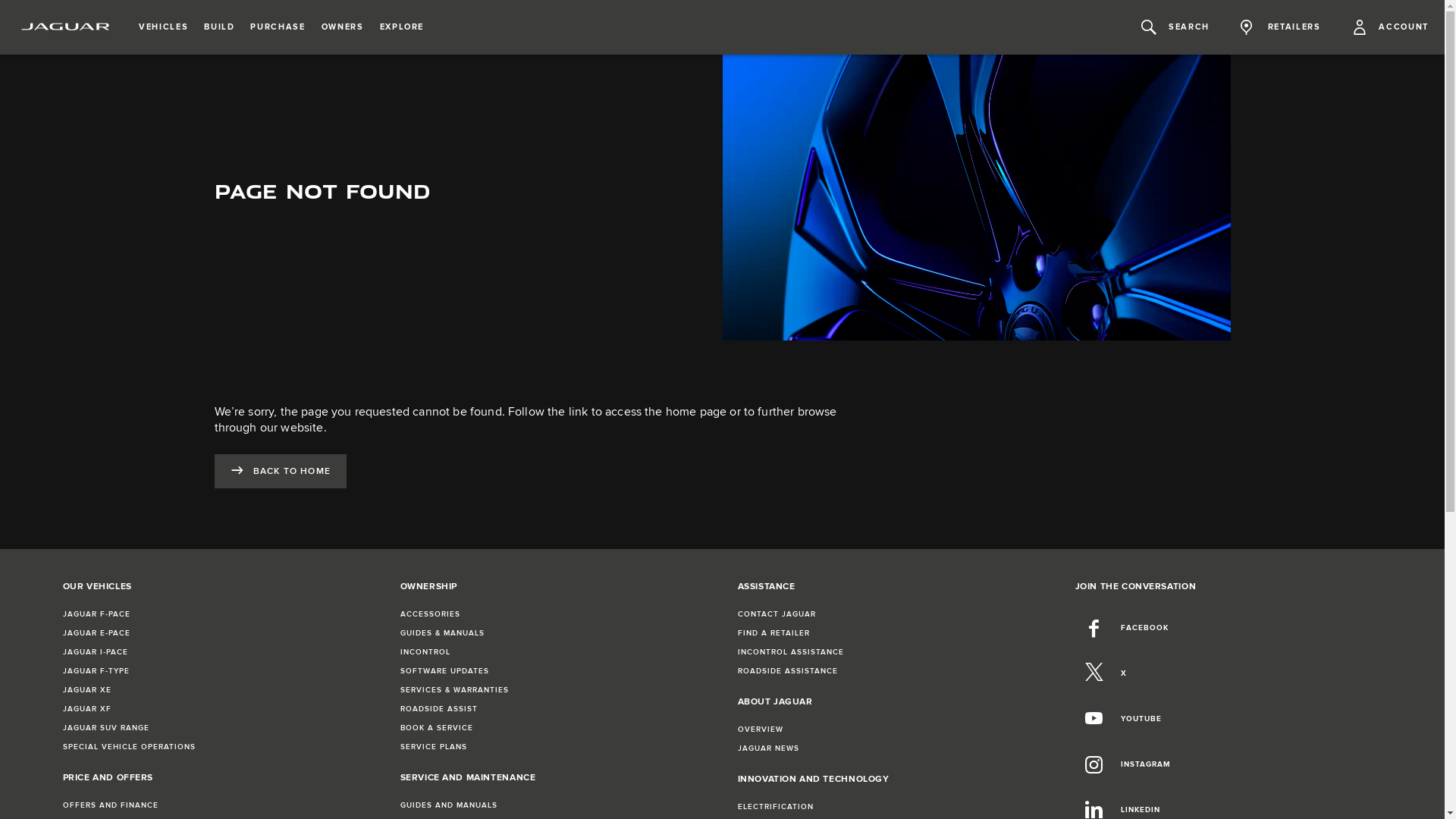 The width and height of the screenshot is (1456, 819). I want to click on 'JAGUAR XE', so click(86, 690).